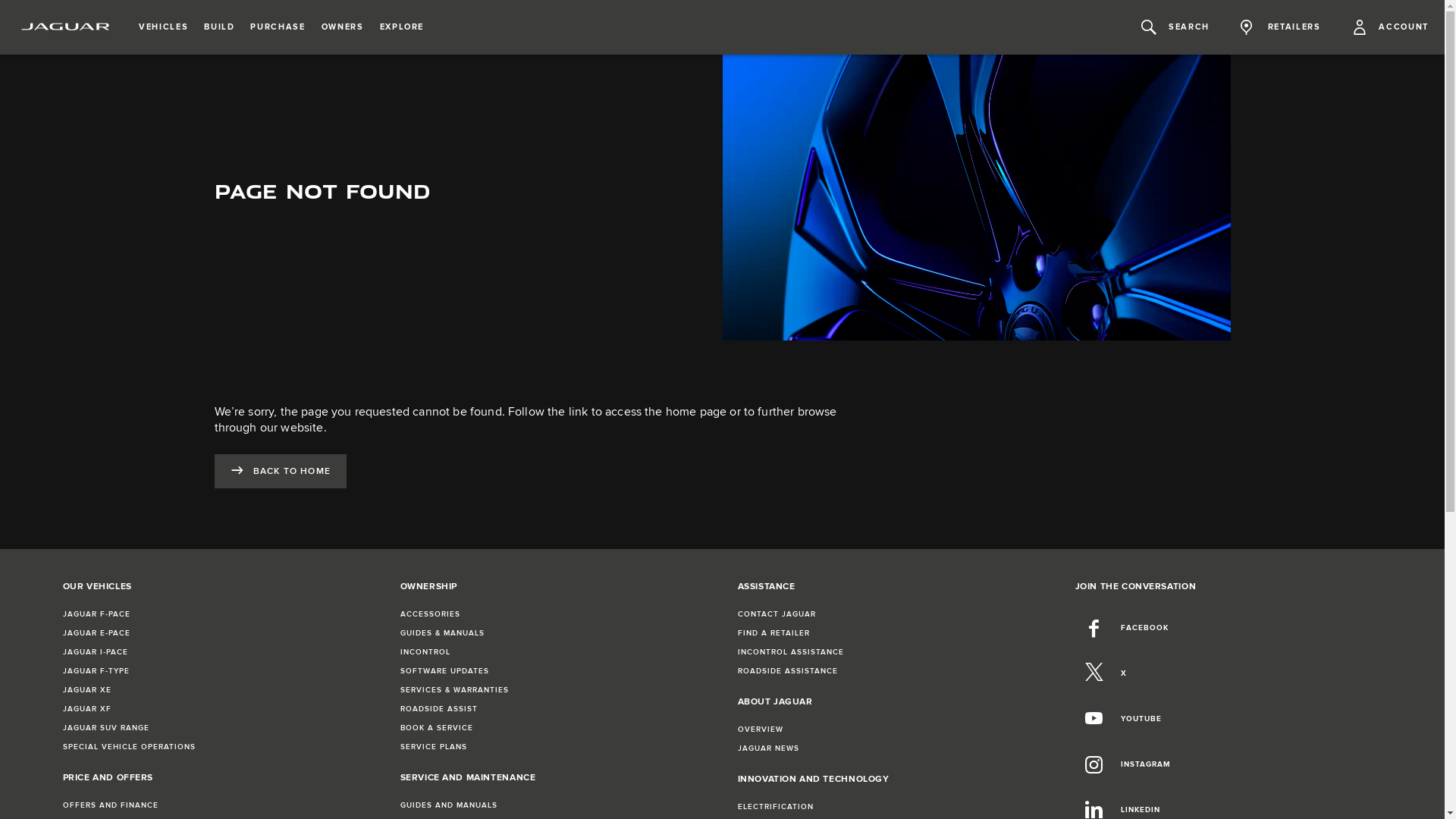 The width and height of the screenshot is (1456, 819). I want to click on 'JAGUAR XE', so click(86, 690).